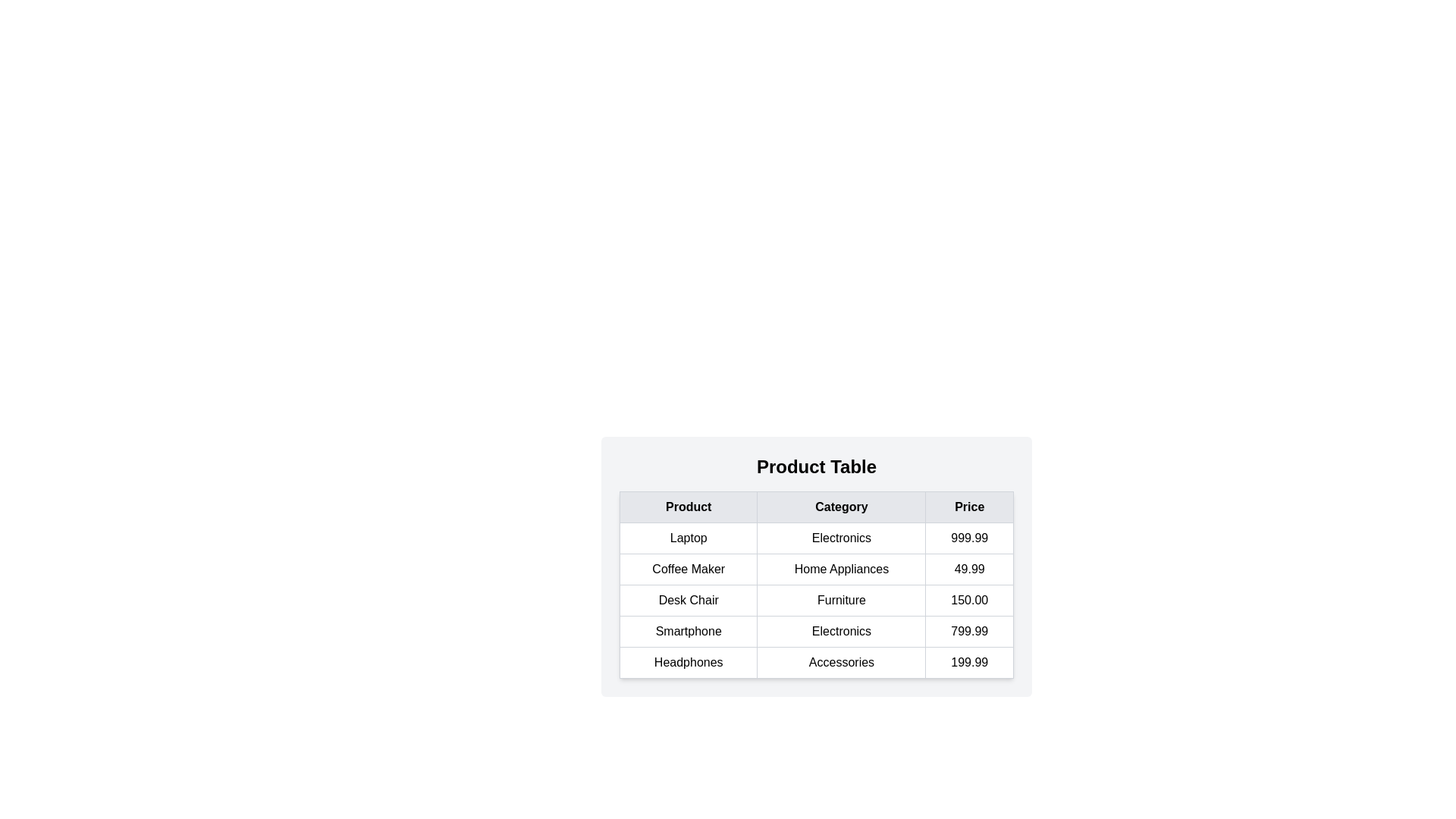 This screenshot has width=1456, height=819. What do you see at coordinates (840, 570) in the screenshot?
I see `the static text label indicating 'Home Appliances' in the 'Coffee Maker' row of the table, located under the 'Category' heading` at bounding box center [840, 570].